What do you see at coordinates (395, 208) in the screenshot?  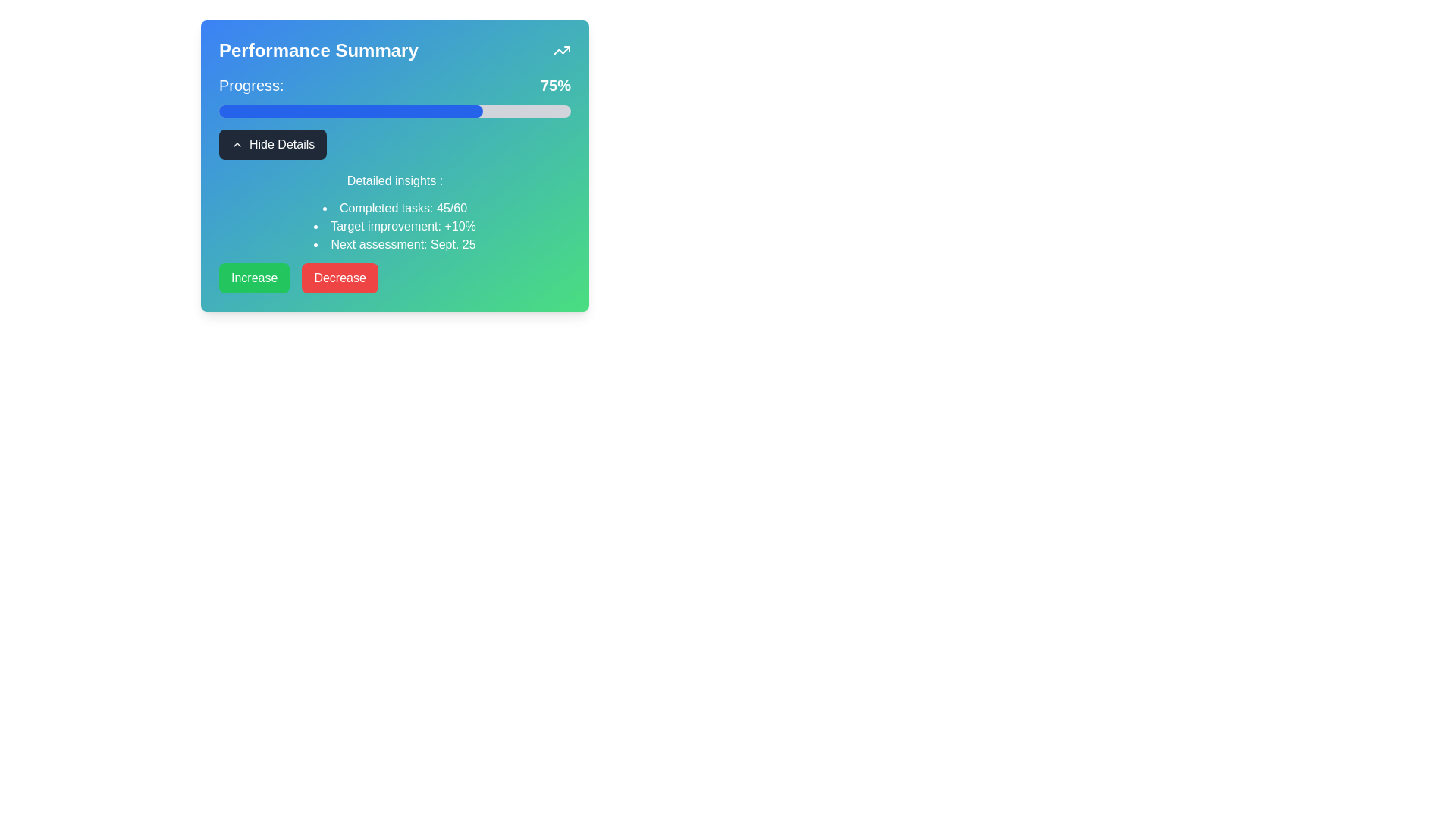 I see `text displaying 'Completed tasks: 45/60', which is styled with a bullet point and white text color, located under the 'Hide Details' button within the 'Performance Summary' card` at bounding box center [395, 208].